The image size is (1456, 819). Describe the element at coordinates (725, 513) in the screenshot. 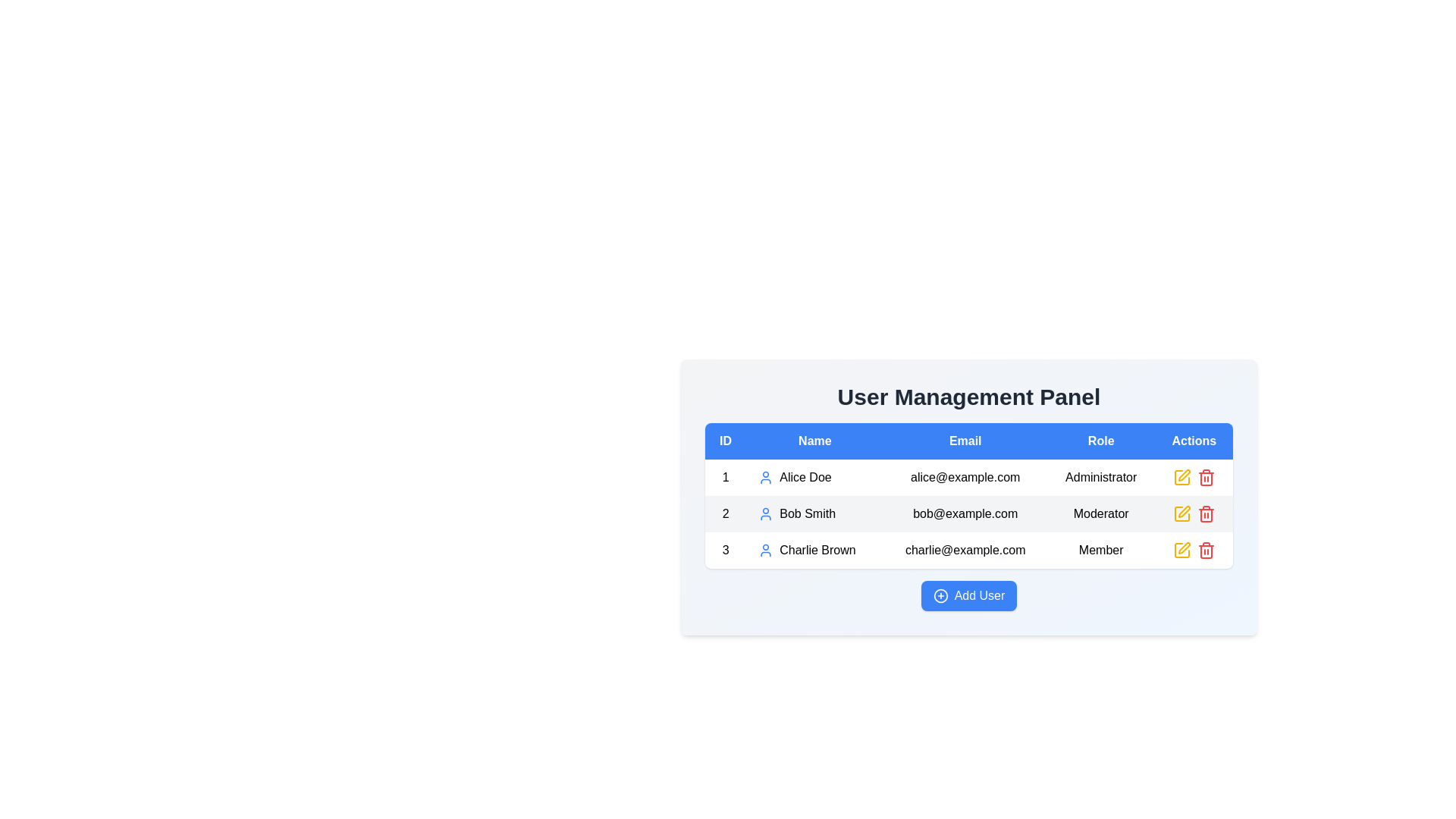

I see `the text label representing the ID of the second record in the table, which is located in the second row under the 'ID' column, adjacent to 'Bob Smith'` at that location.